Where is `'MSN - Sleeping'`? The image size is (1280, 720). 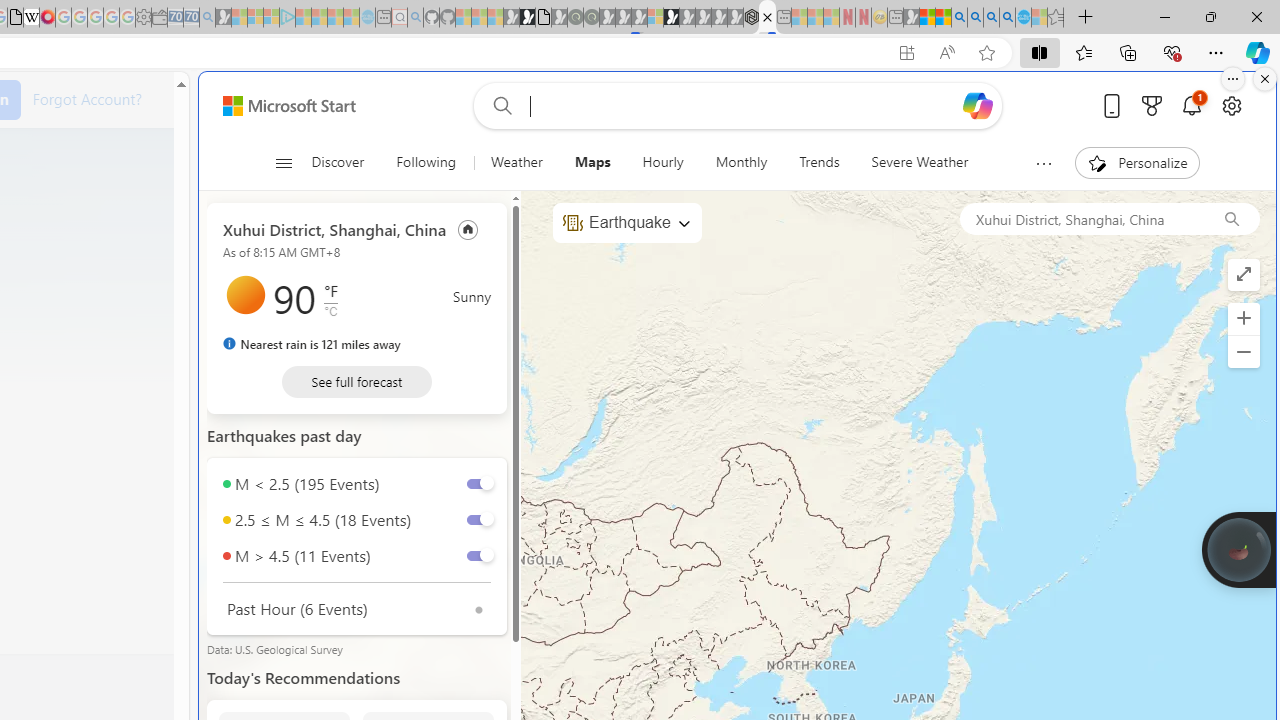 'MSN - Sleeping' is located at coordinates (910, 17).